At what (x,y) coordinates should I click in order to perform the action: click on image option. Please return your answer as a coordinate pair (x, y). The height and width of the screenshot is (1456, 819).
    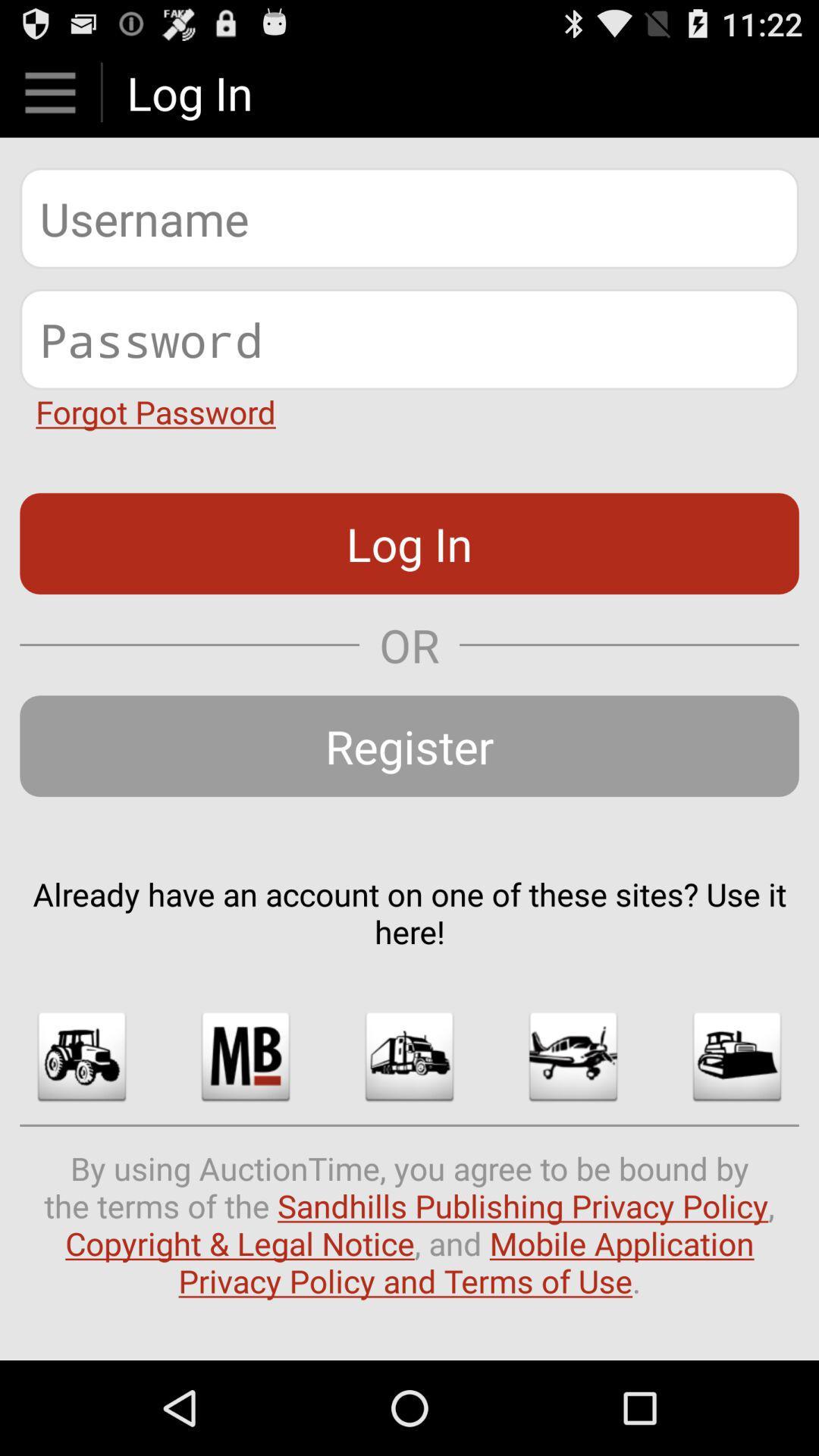
    Looking at the image, I should click on (573, 1056).